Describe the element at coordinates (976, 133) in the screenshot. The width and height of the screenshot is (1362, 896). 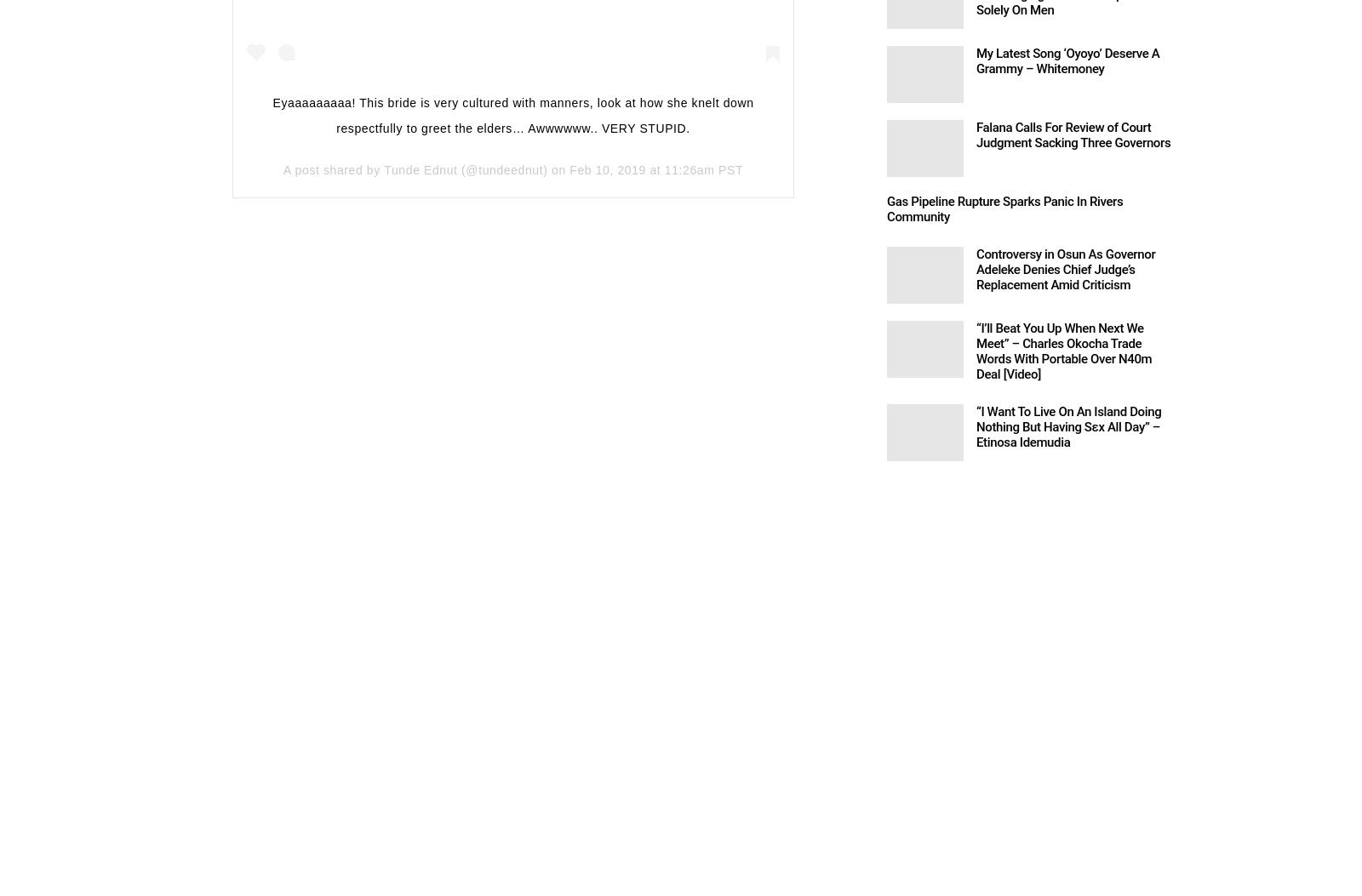
I see `'Falana Calls For Review of Court Judgment Sacking Three Governors'` at that location.